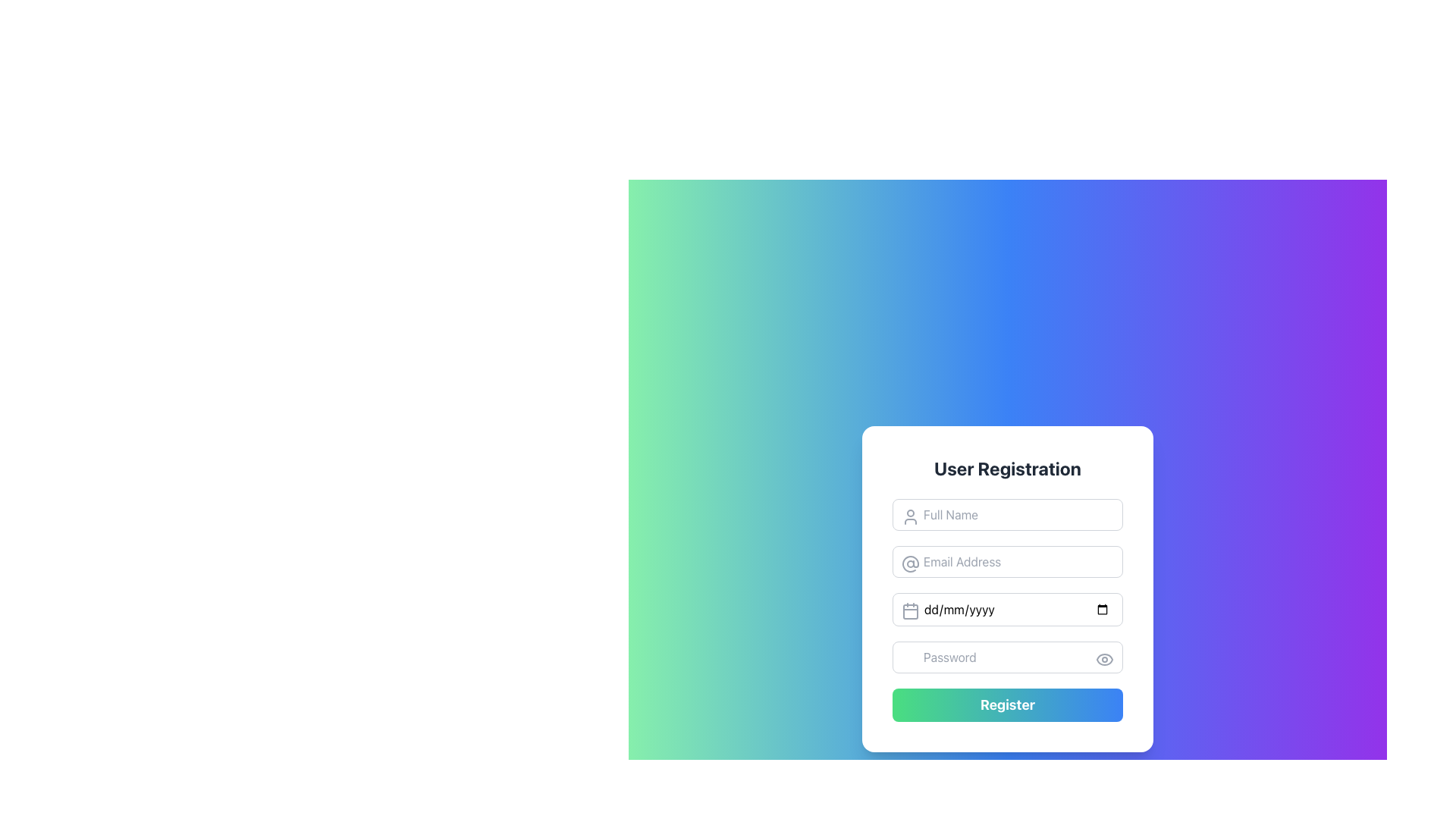 The image size is (1456, 819). What do you see at coordinates (910, 564) in the screenshot?
I see `the '@' icon with a gray outline located inside the 'Email Address' input field, positioned to the left of the field` at bounding box center [910, 564].